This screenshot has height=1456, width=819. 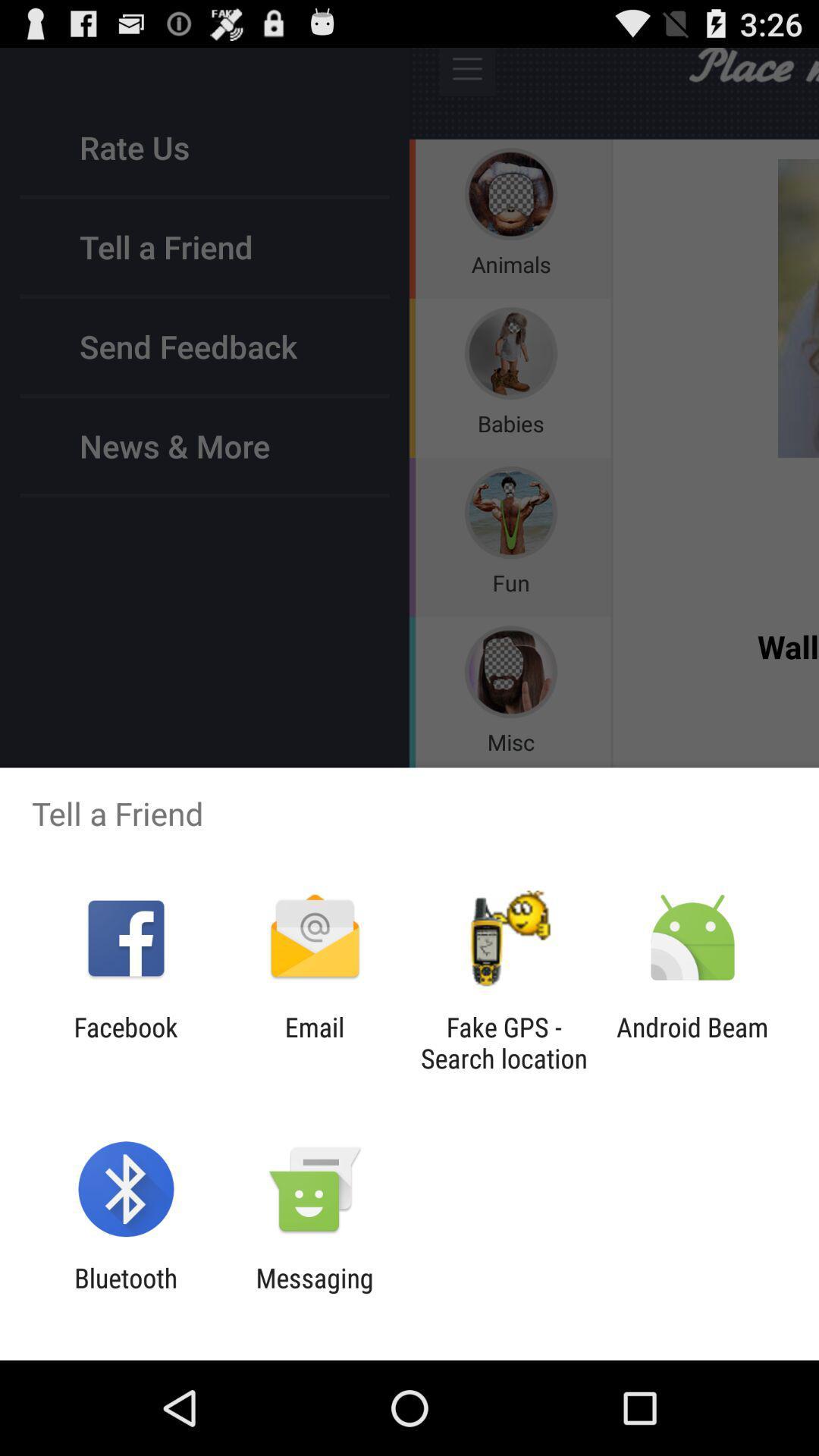 What do you see at coordinates (692, 1042) in the screenshot?
I see `the icon at the bottom right corner` at bounding box center [692, 1042].